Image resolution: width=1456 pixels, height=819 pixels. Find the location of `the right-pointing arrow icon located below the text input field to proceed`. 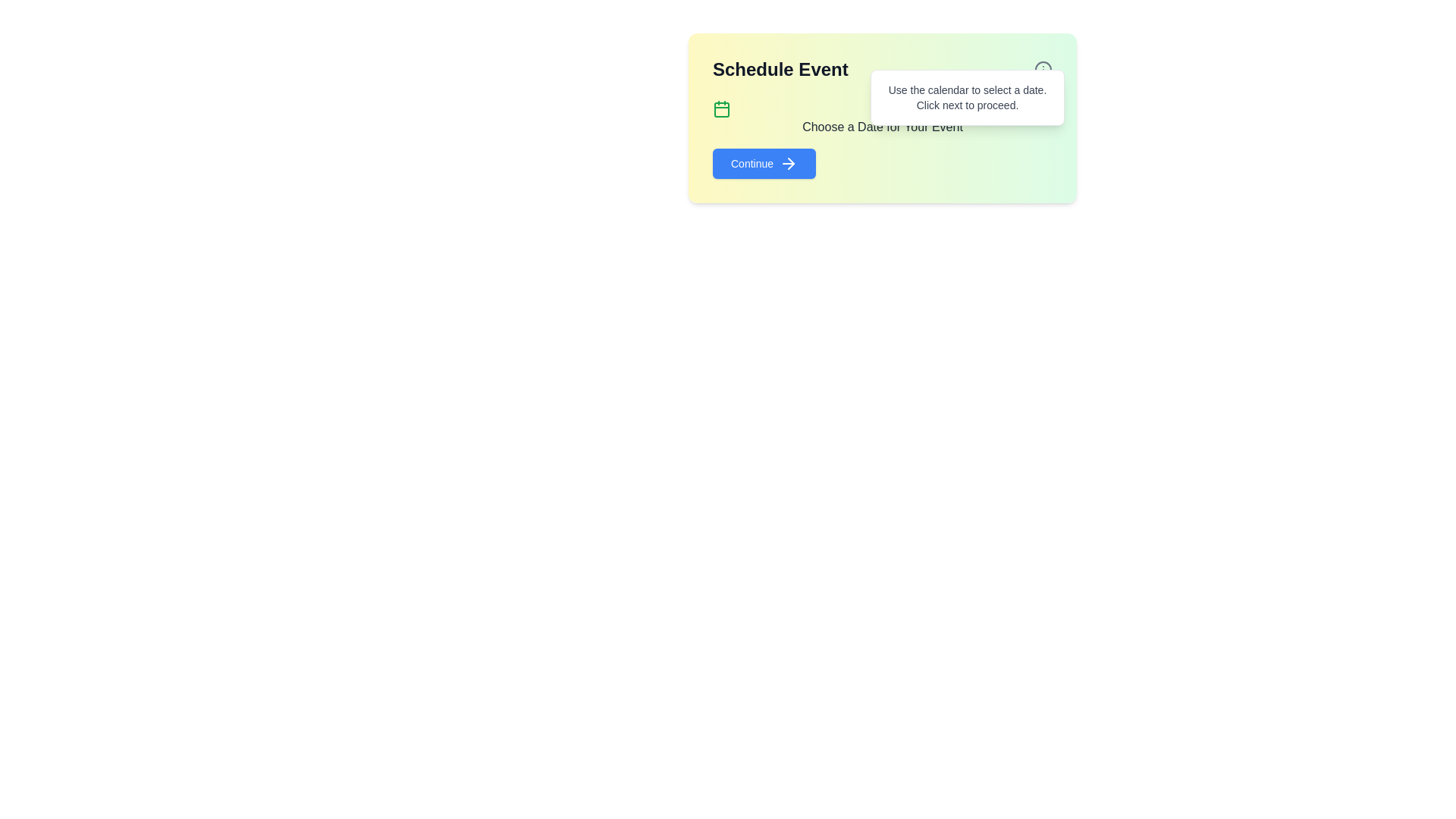

the right-pointing arrow icon located below the text input field to proceed is located at coordinates (790, 164).